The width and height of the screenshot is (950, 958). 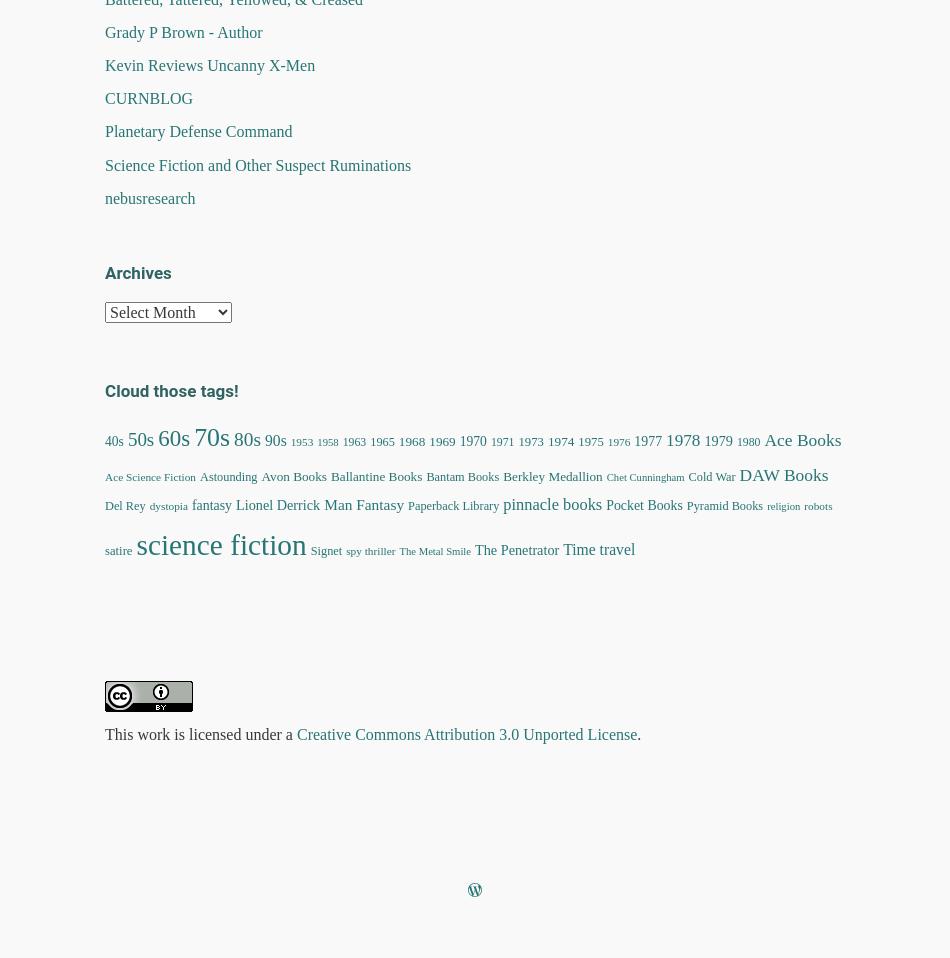 I want to click on '1958', so click(x=326, y=442).